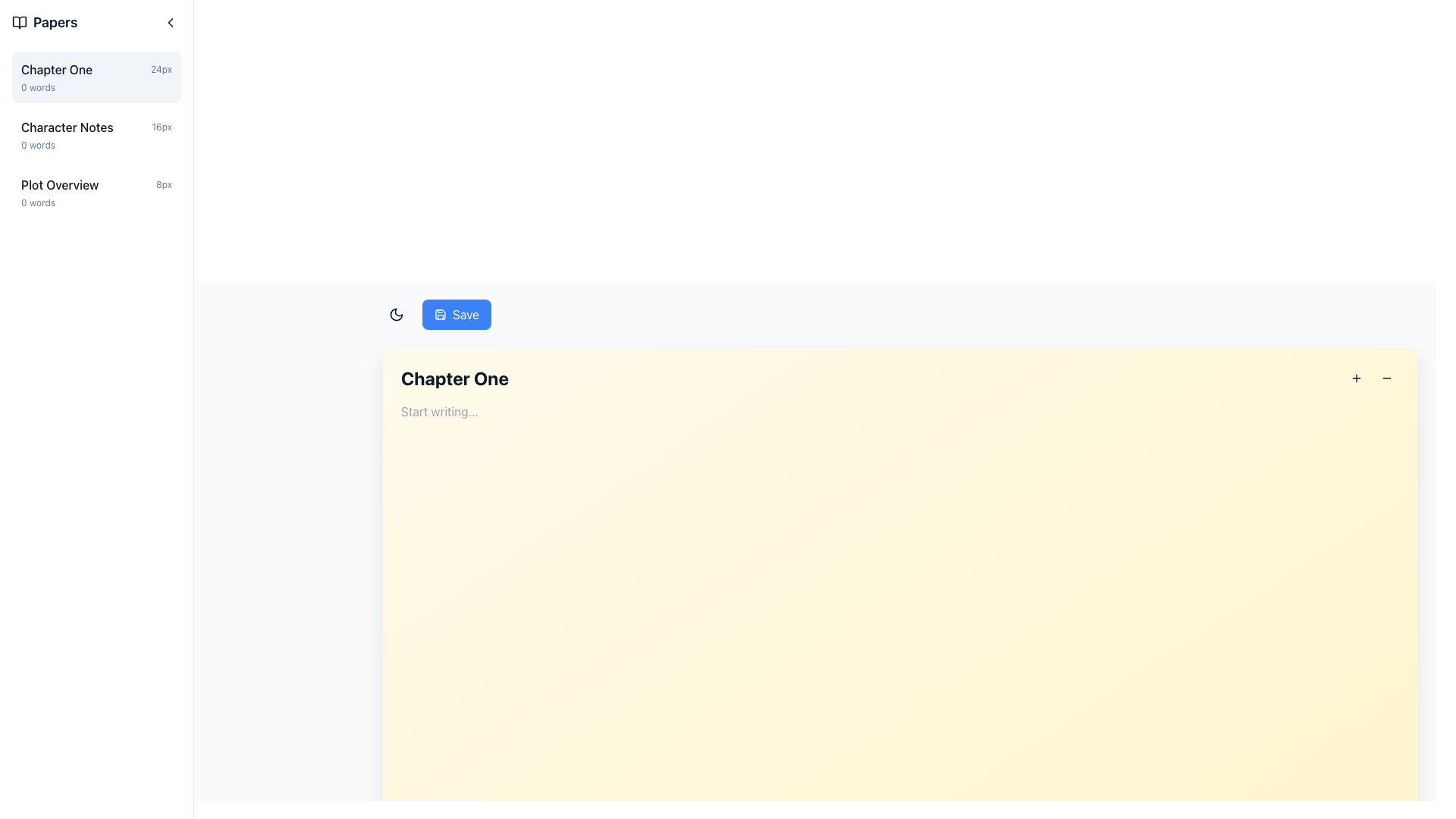 This screenshot has height=819, width=1456. What do you see at coordinates (171, 23) in the screenshot?
I see `the navigation button located to the right of the 'Papers' heading in the top-left section of the page` at bounding box center [171, 23].